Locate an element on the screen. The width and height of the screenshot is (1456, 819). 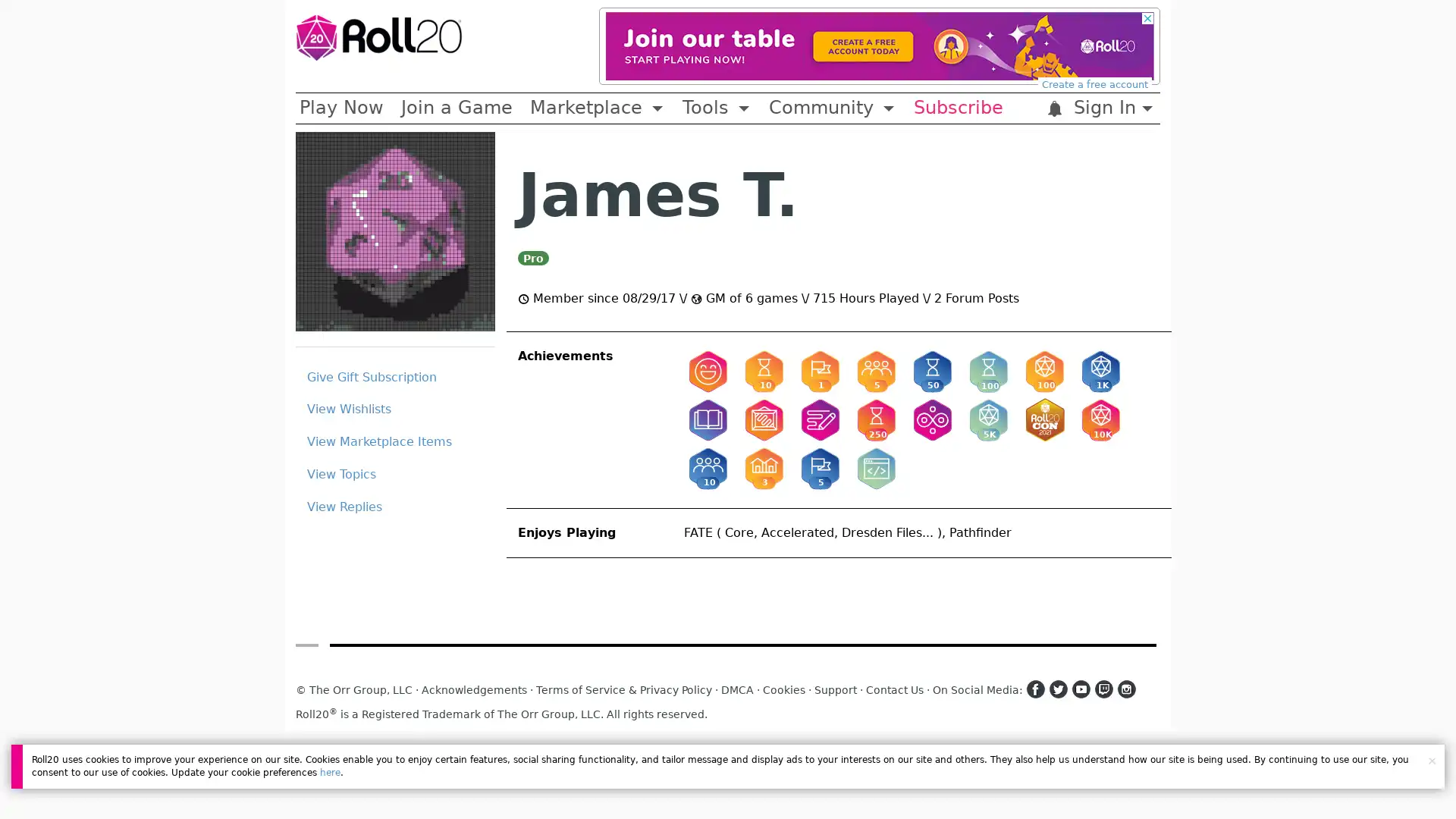
Toggle Dropdown is located at coordinates (888, 107).